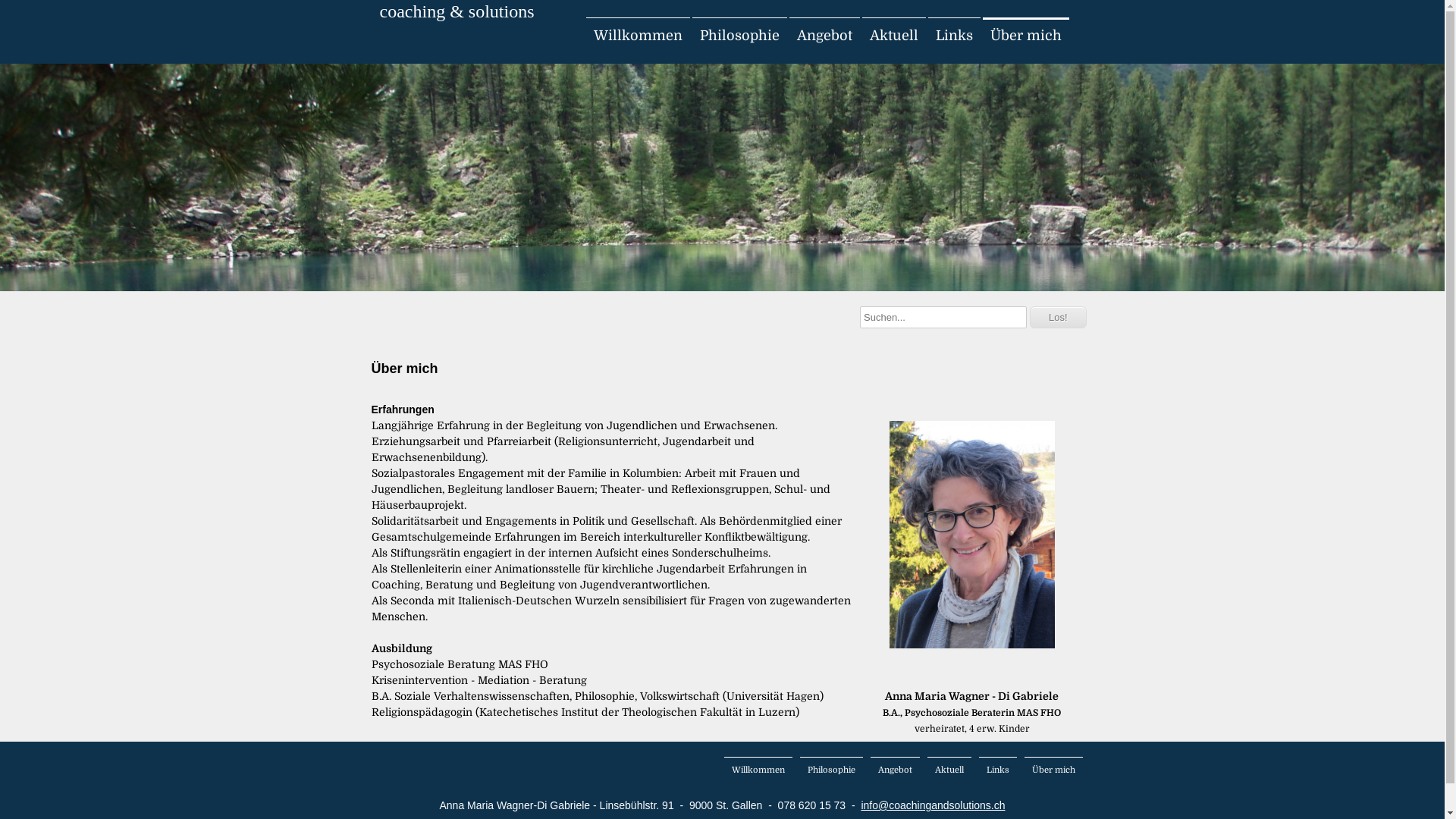 The height and width of the screenshot is (819, 1456). Describe the element at coordinates (823, 34) in the screenshot. I see `'Angebot'` at that location.